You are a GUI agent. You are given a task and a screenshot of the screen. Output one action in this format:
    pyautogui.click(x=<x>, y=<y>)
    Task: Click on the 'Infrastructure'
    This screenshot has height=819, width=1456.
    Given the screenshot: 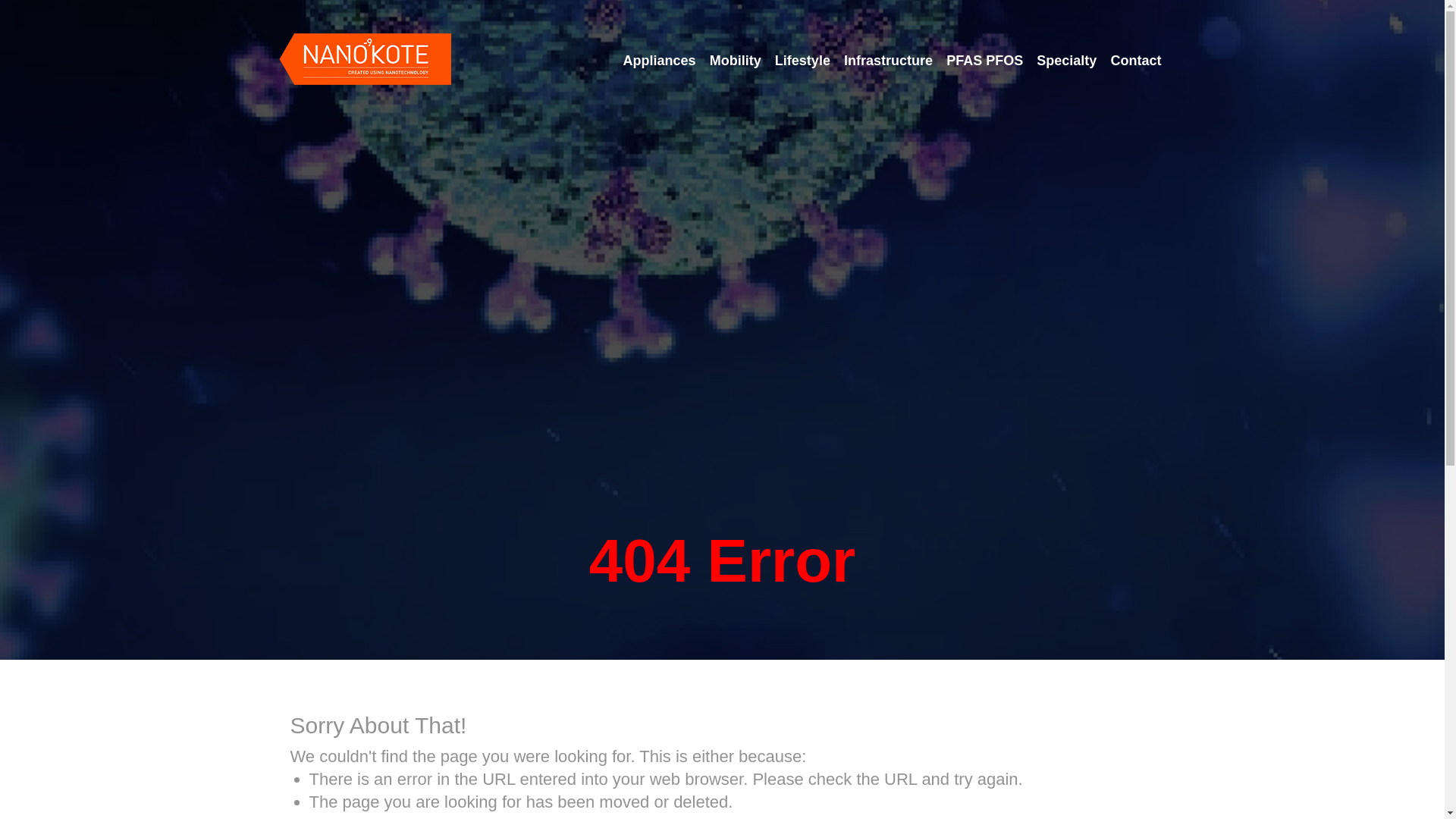 What is the action you would take?
    pyautogui.click(x=839, y=60)
    